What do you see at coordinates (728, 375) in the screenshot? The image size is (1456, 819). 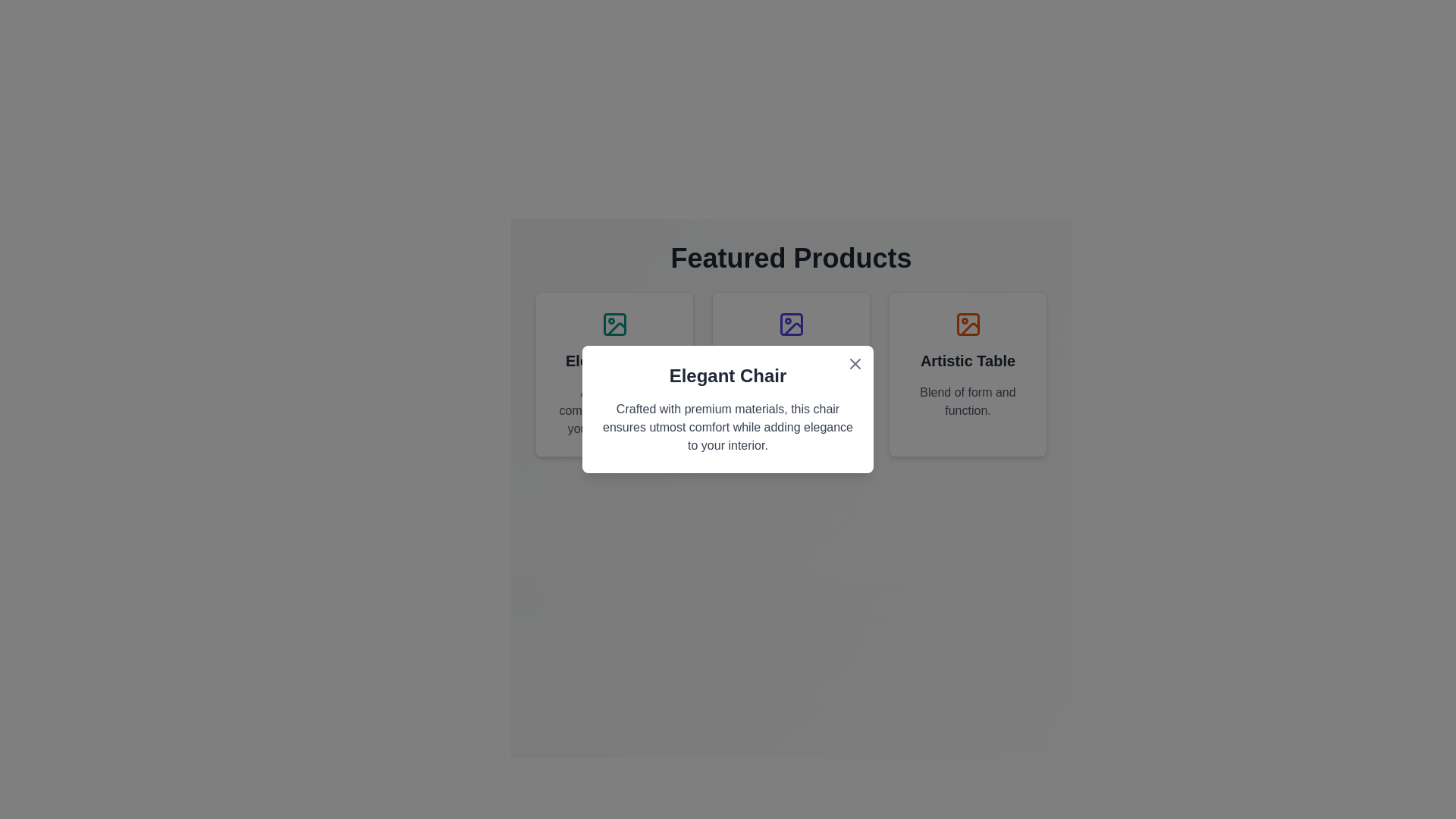 I see `the Text label that serves as the title for the dialog, positioned directly below the close button in the top-right corner` at bounding box center [728, 375].